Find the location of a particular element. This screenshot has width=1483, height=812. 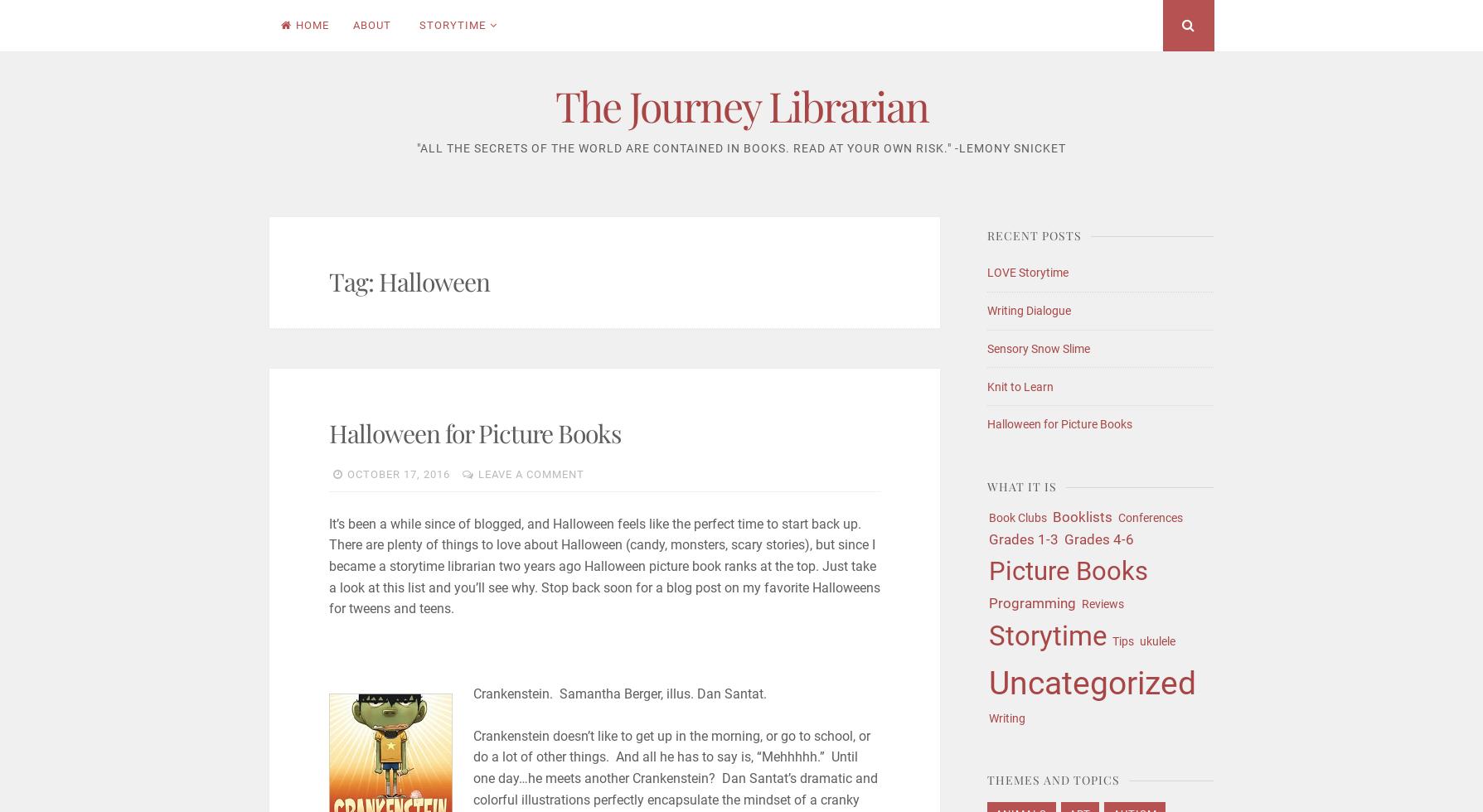

'Book Clubs' is located at coordinates (1017, 516).